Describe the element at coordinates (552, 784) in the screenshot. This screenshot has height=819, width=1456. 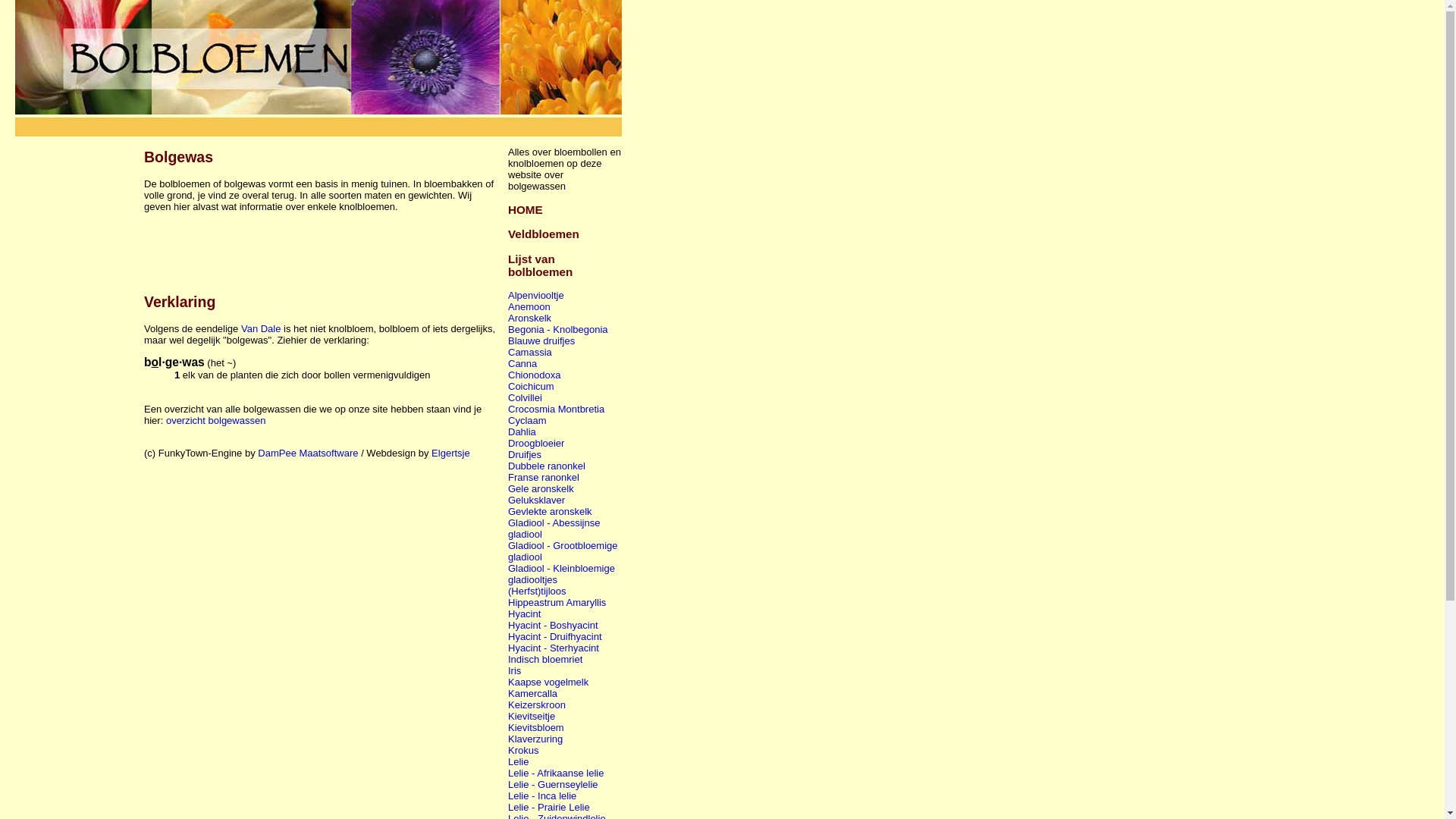
I see `'Lelie - Guernseylelie'` at that location.